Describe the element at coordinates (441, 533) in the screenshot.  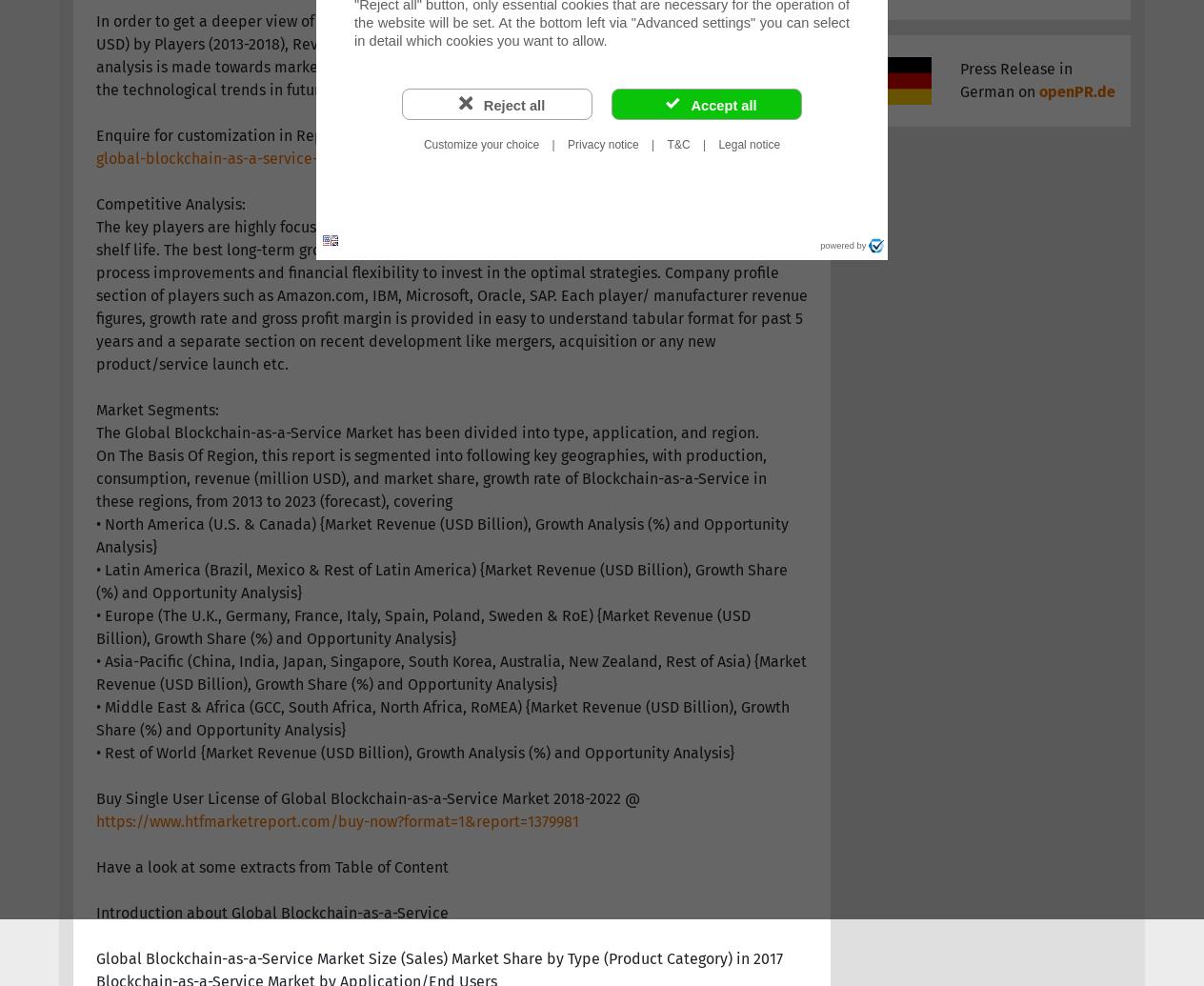
I see `'• North America (U.S. & Canada) {Market Revenue (USD Billion), Growth Analysis (%) and Opportunity Analysis}'` at that location.